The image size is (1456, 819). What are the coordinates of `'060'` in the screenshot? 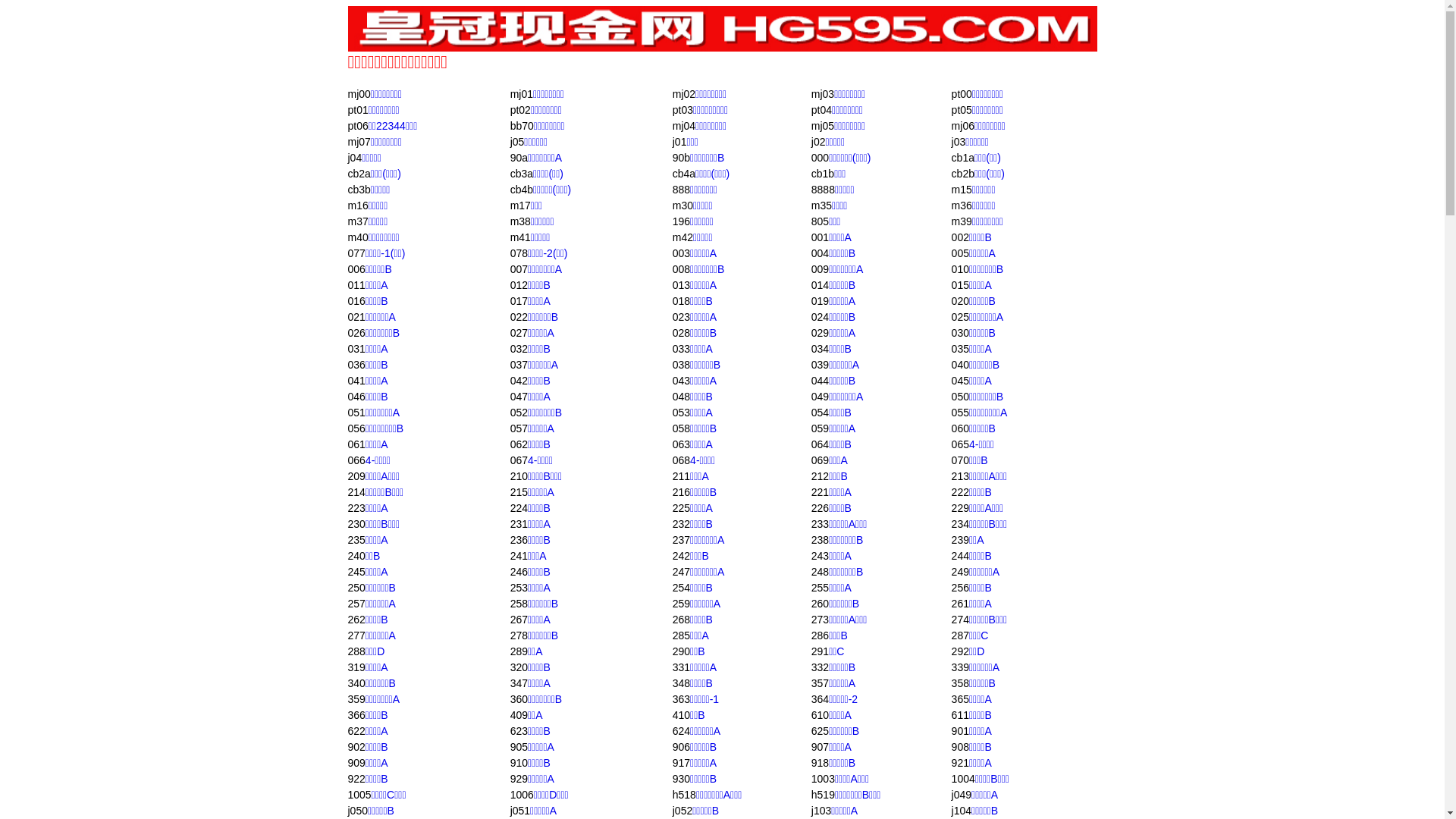 It's located at (950, 428).